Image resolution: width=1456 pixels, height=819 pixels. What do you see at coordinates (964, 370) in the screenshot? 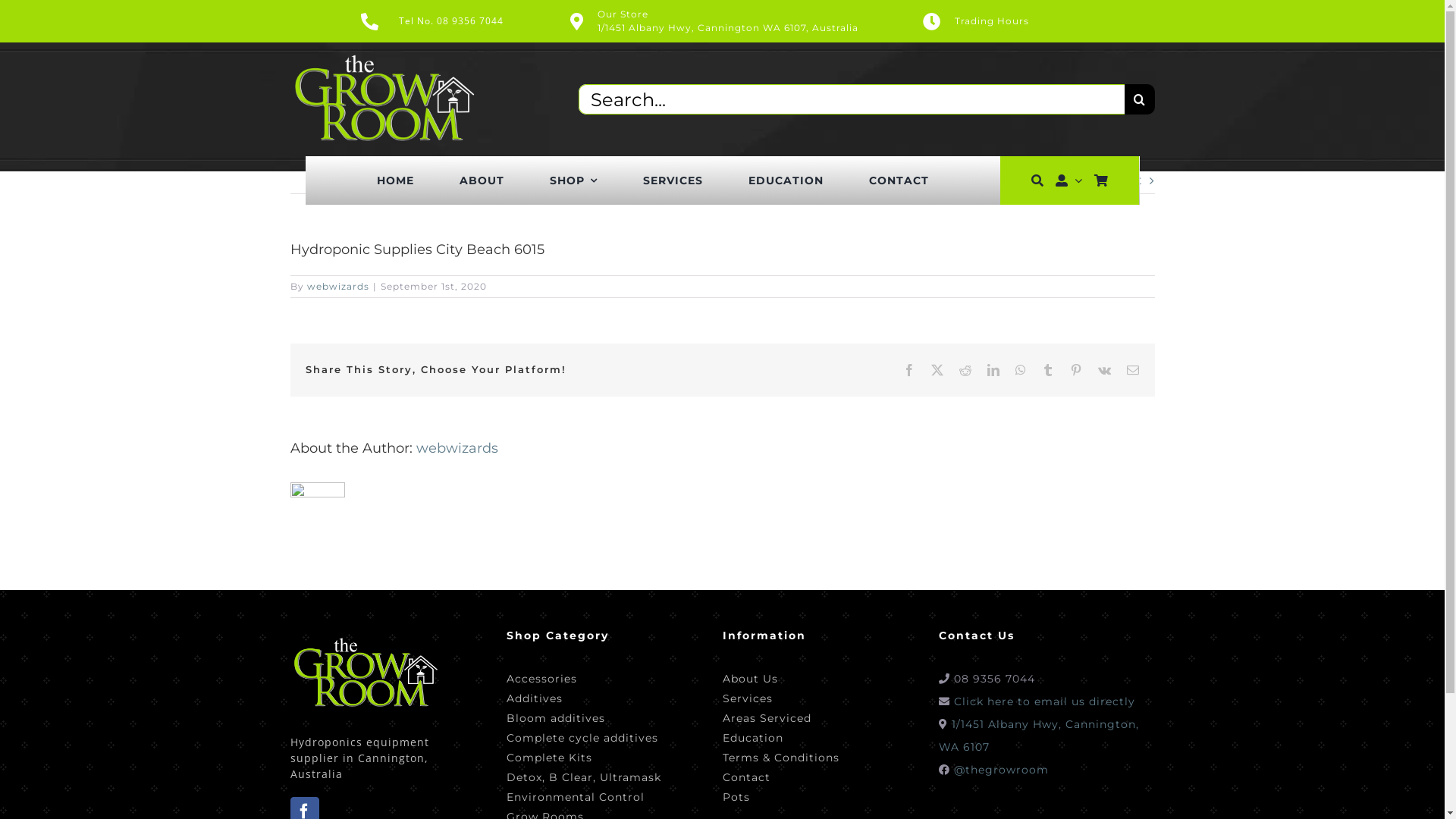
I see `'Reddit'` at bounding box center [964, 370].